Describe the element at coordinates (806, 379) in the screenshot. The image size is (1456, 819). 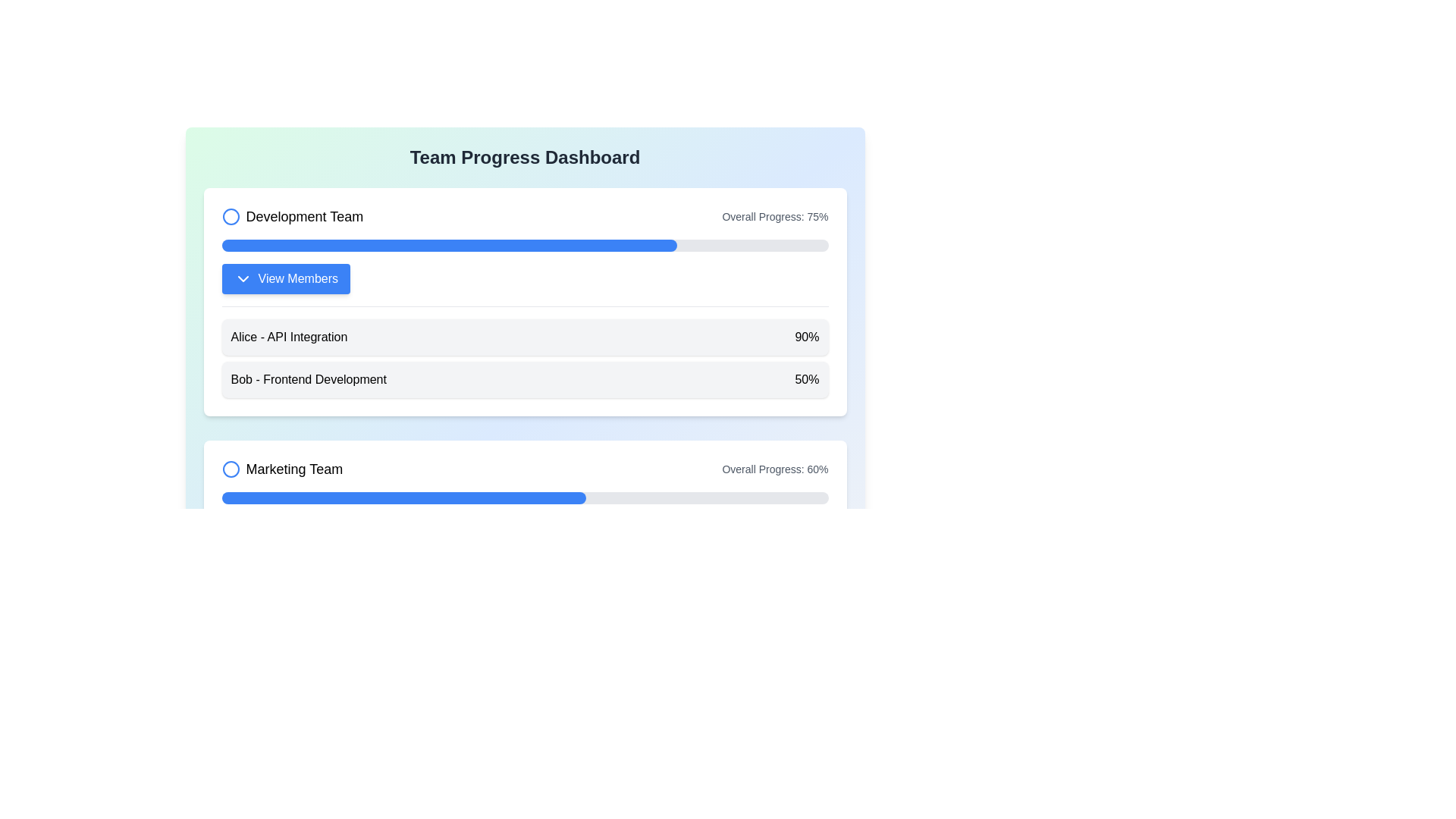
I see `progress percentage value from the label displaying '50%' which is styled in bold black font on a light gray background, adjacent to 'Bob - Frontend Development'` at that location.